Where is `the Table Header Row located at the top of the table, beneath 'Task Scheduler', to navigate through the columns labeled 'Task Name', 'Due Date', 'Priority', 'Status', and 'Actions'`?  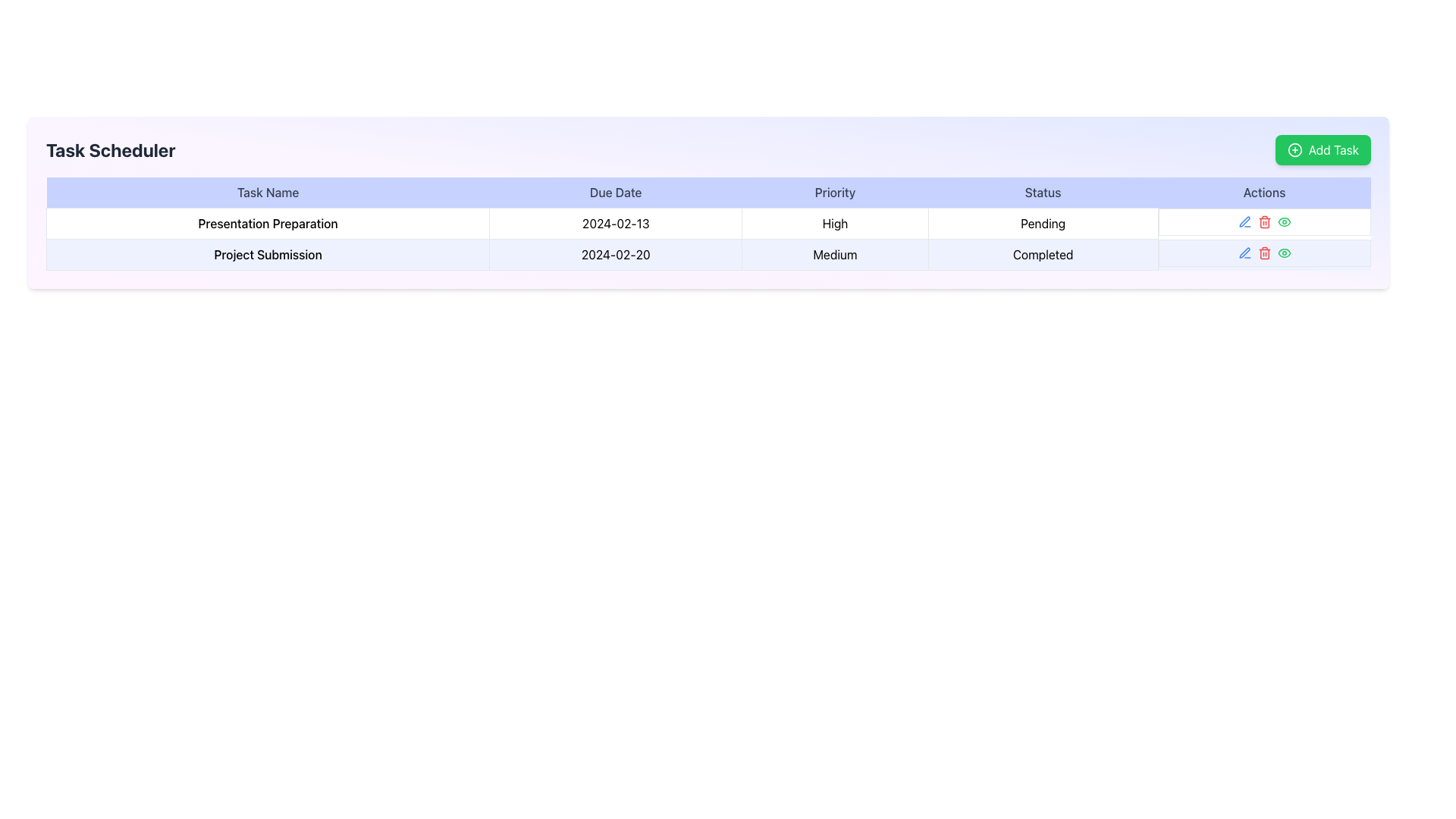
the Table Header Row located at the top of the table, beneath 'Task Scheduler', to navigate through the columns labeled 'Task Name', 'Due Date', 'Priority', 'Status', and 'Actions' is located at coordinates (708, 192).